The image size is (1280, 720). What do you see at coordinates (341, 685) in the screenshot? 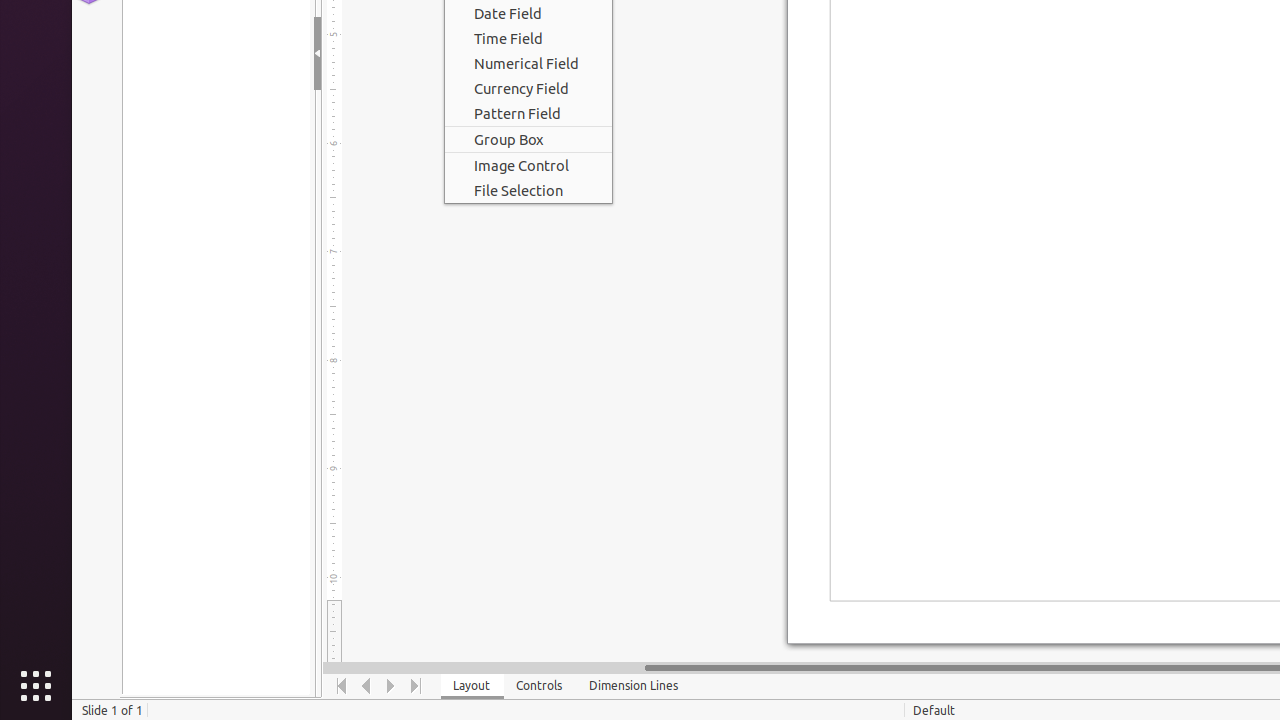
I see `'Move To Home'` at bounding box center [341, 685].